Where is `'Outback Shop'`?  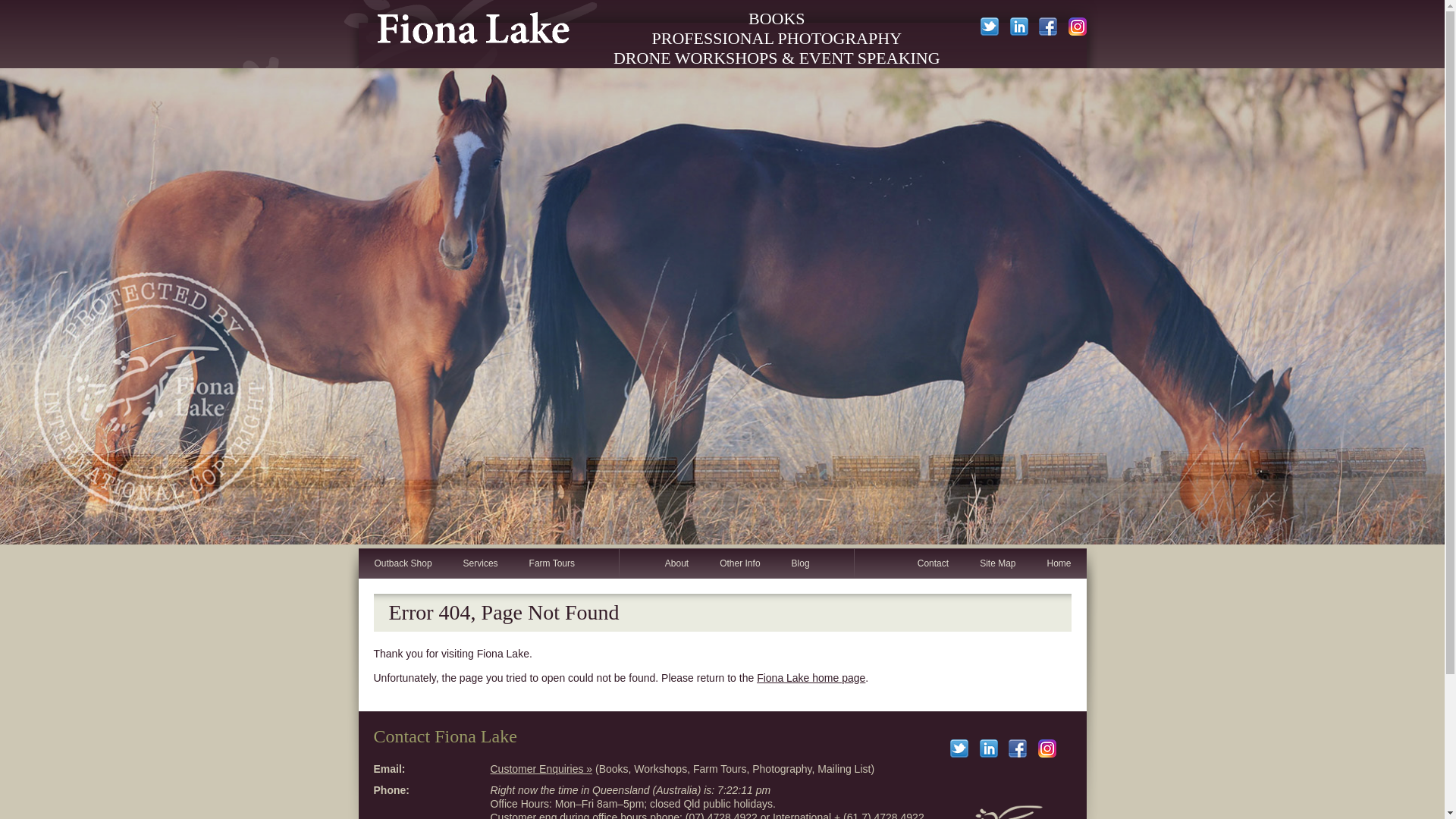
'Outback Shop' is located at coordinates (402, 563).